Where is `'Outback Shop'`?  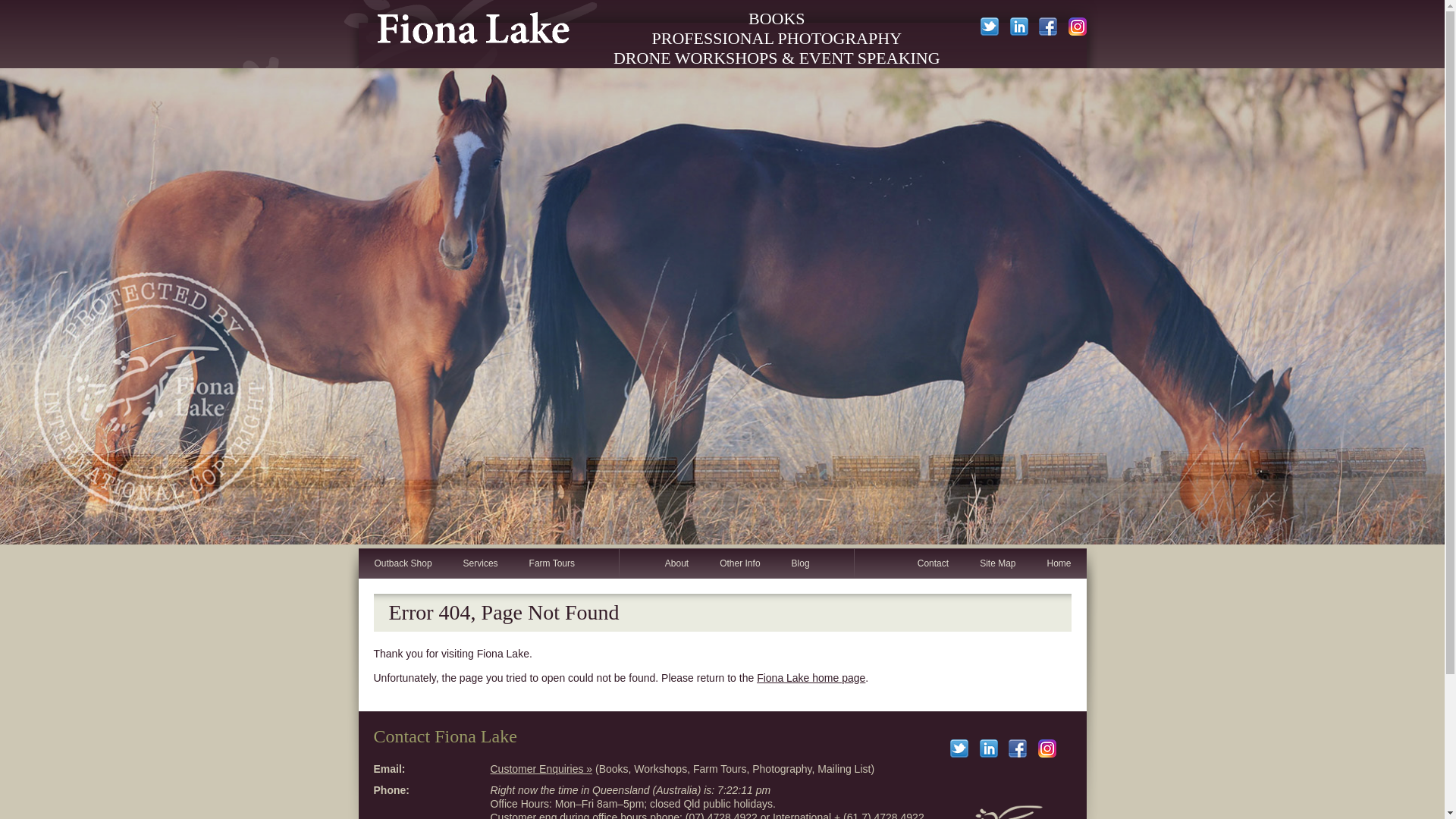
'Outback Shop' is located at coordinates (402, 563).